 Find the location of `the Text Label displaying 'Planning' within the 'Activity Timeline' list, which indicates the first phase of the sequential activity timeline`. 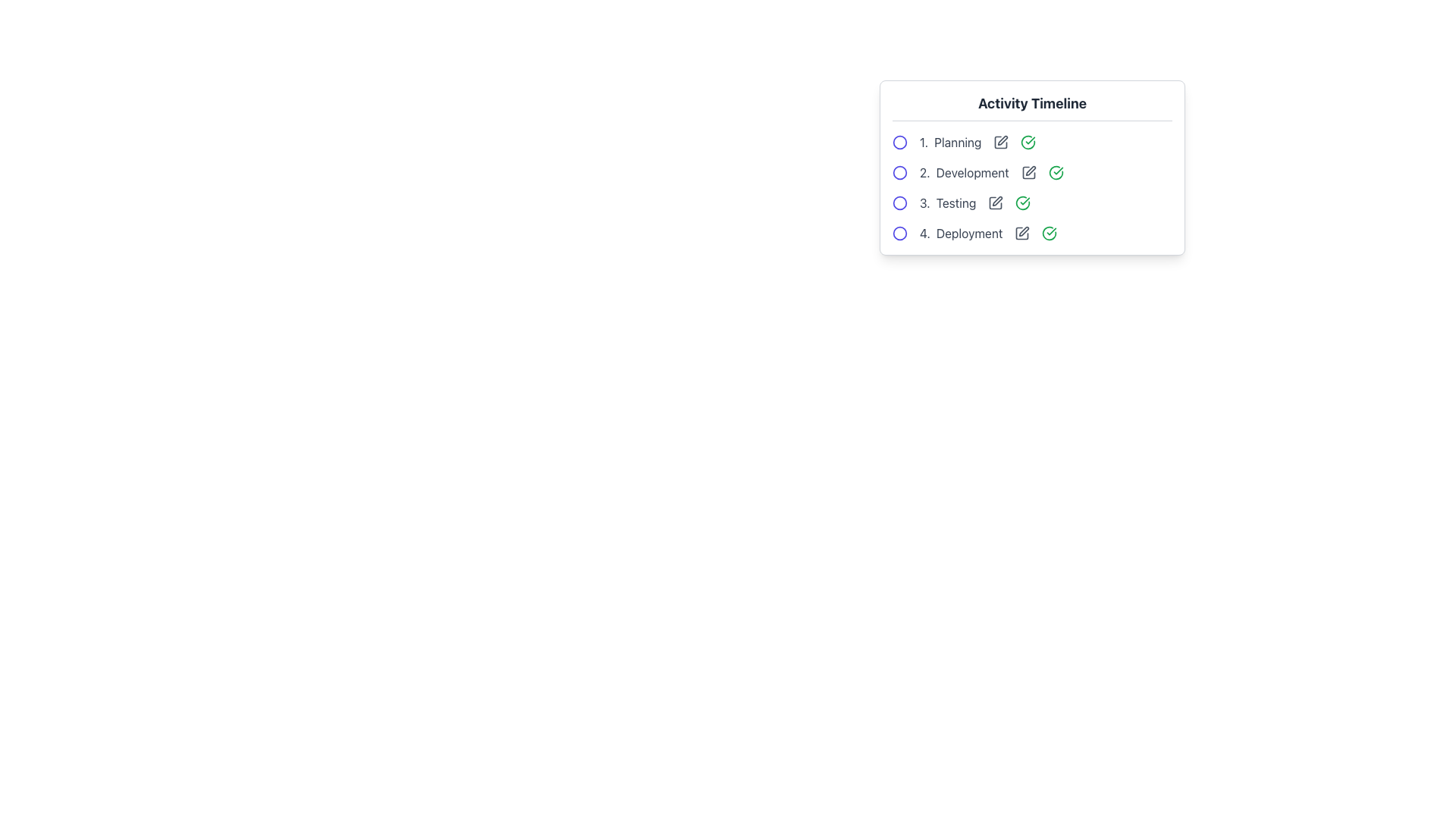

the Text Label displaying 'Planning' within the 'Activity Timeline' list, which indicates the first phase of the sequential activity timeline is located at coordinates (957, 143).